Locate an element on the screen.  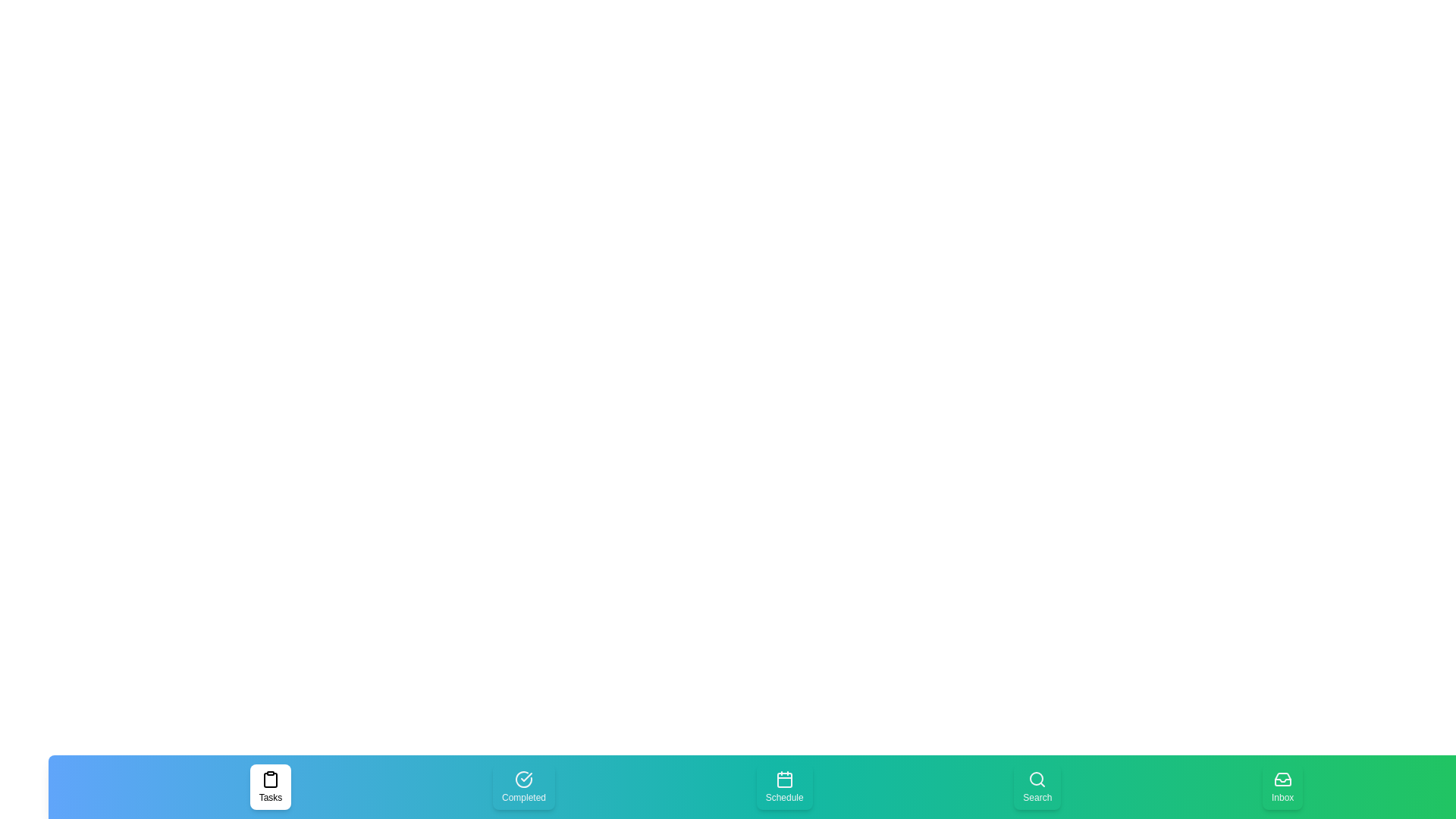
the Schedule tab to select it is located at coordinates (784, 786).